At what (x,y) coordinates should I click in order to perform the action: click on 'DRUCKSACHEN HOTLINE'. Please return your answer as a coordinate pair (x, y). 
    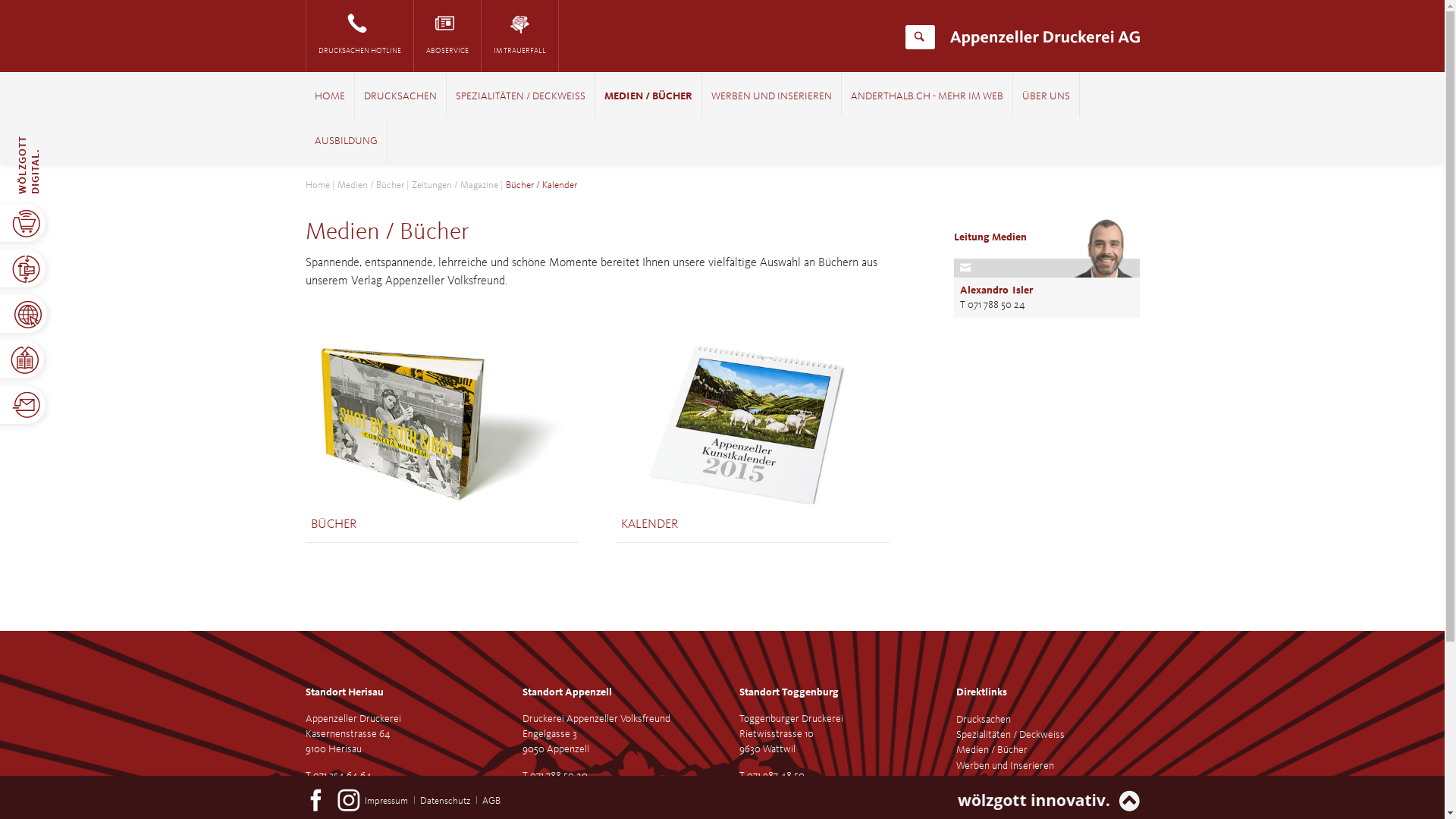
    Looking at the image, I should click on (359, 35).